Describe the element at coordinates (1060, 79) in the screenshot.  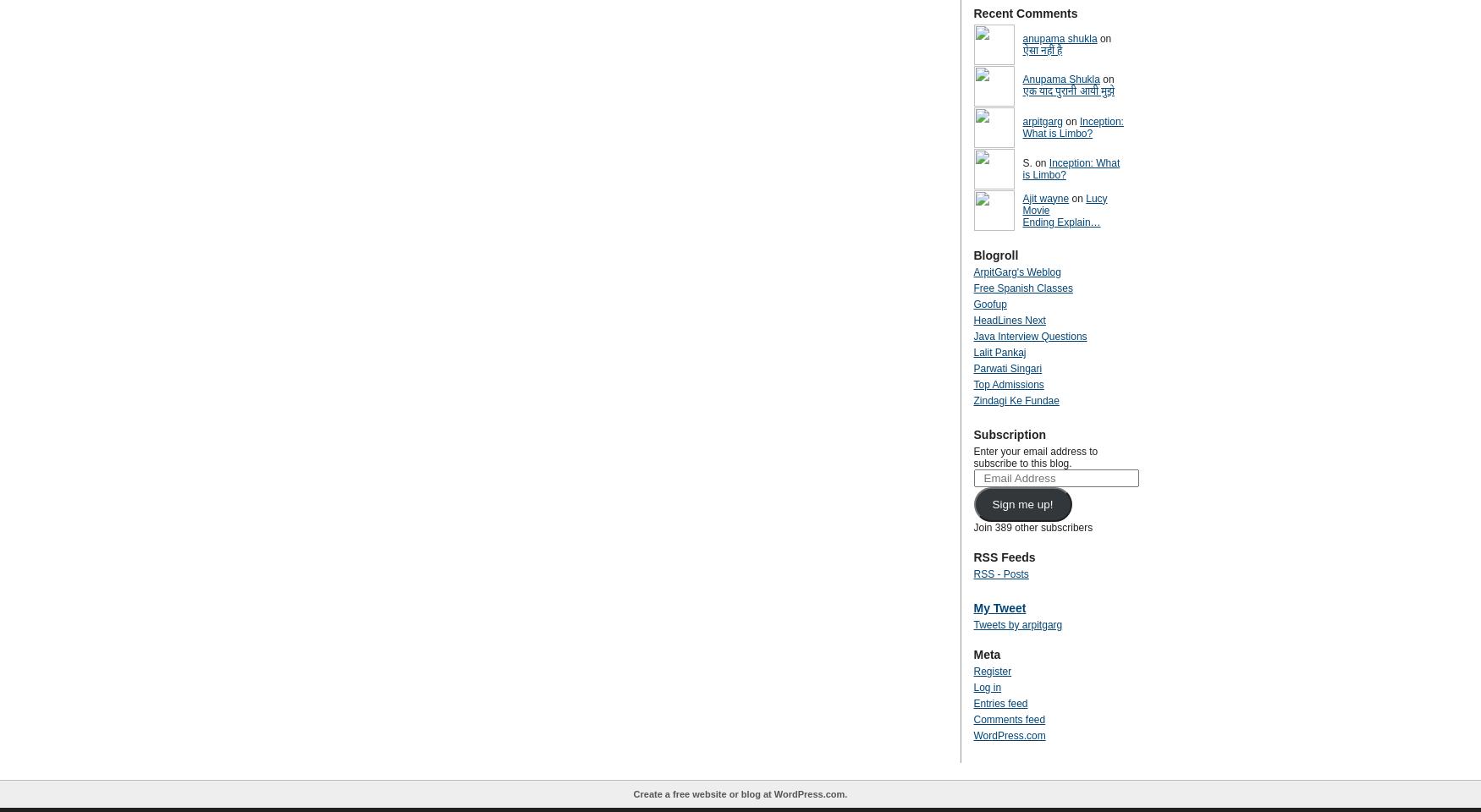
I see `'Anupama Shukla'` at that location.